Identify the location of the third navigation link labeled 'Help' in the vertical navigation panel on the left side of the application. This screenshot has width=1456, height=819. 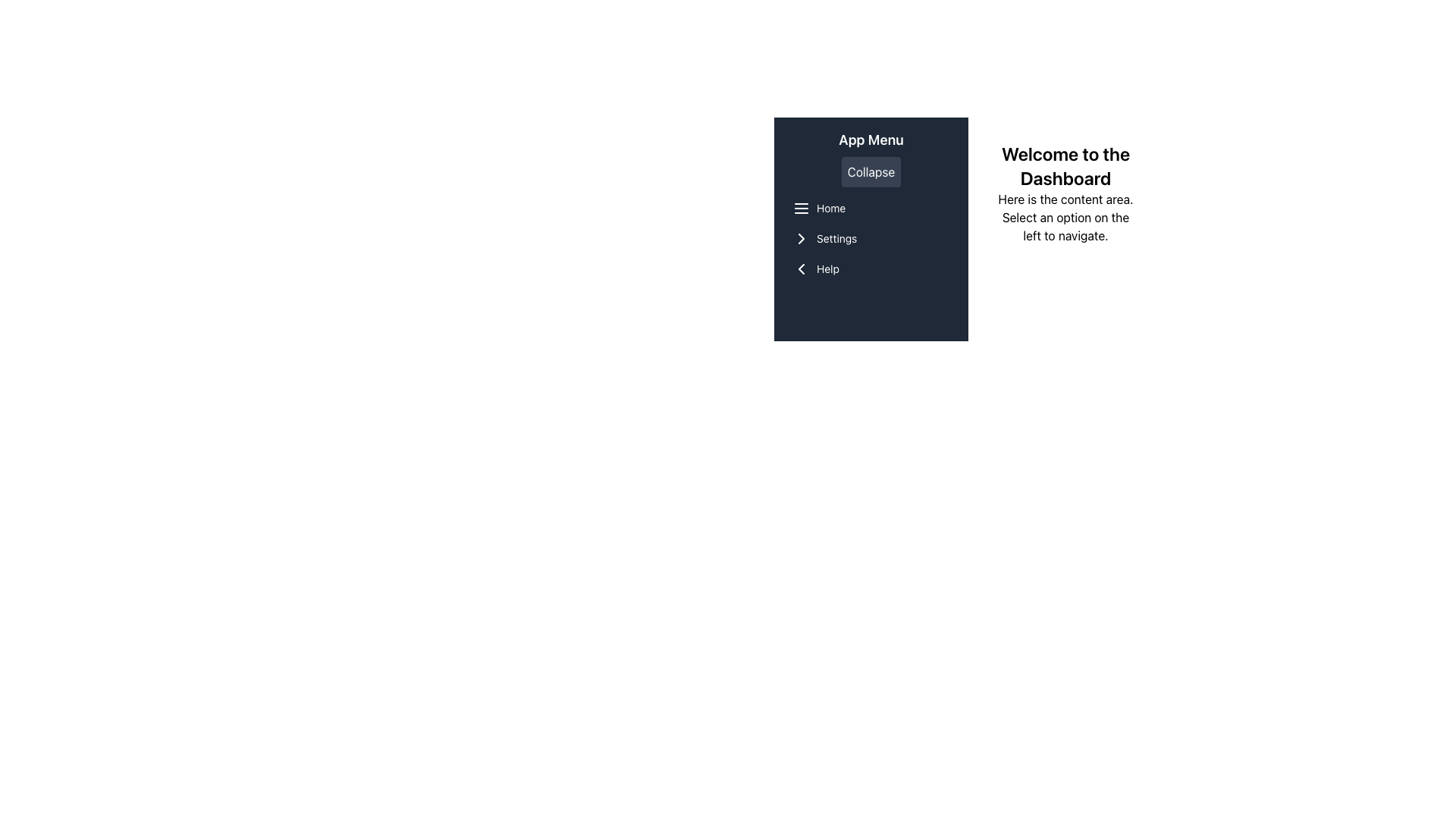
(871, 268).